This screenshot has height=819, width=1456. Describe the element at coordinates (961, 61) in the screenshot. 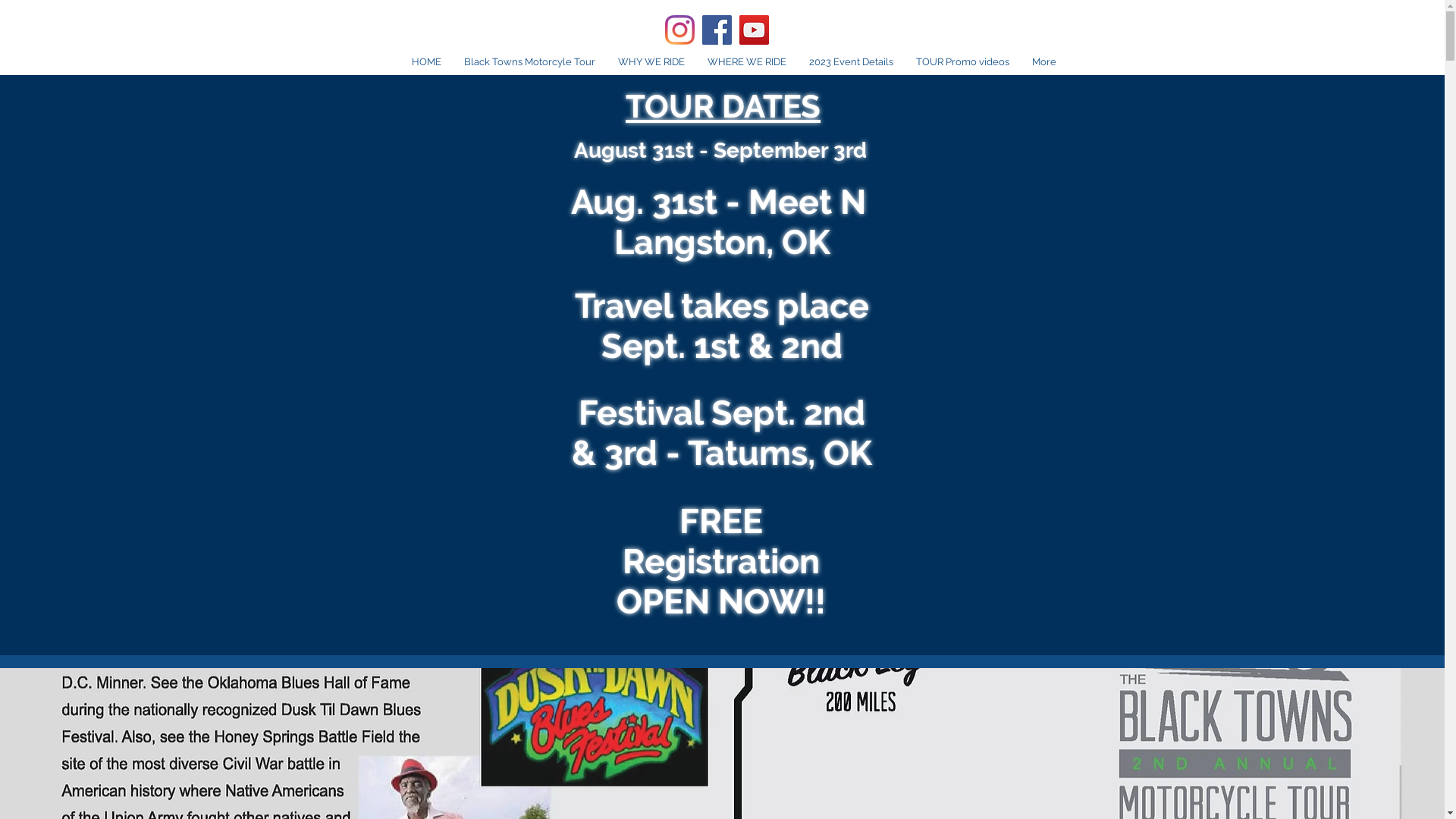

I see `'TOUR Promo videos'` at that location.